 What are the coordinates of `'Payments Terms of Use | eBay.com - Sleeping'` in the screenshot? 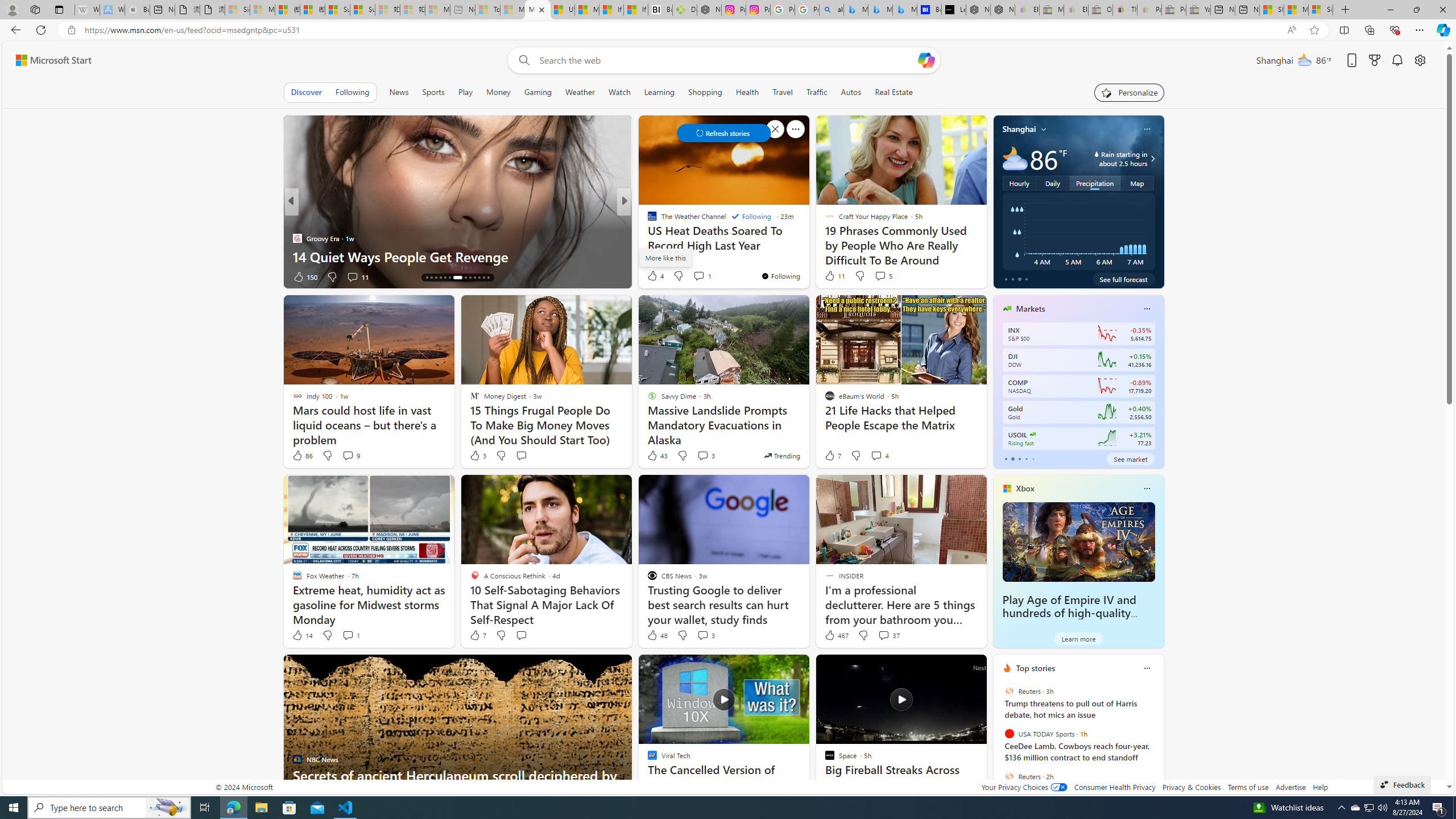 It's located at (1149, 9).